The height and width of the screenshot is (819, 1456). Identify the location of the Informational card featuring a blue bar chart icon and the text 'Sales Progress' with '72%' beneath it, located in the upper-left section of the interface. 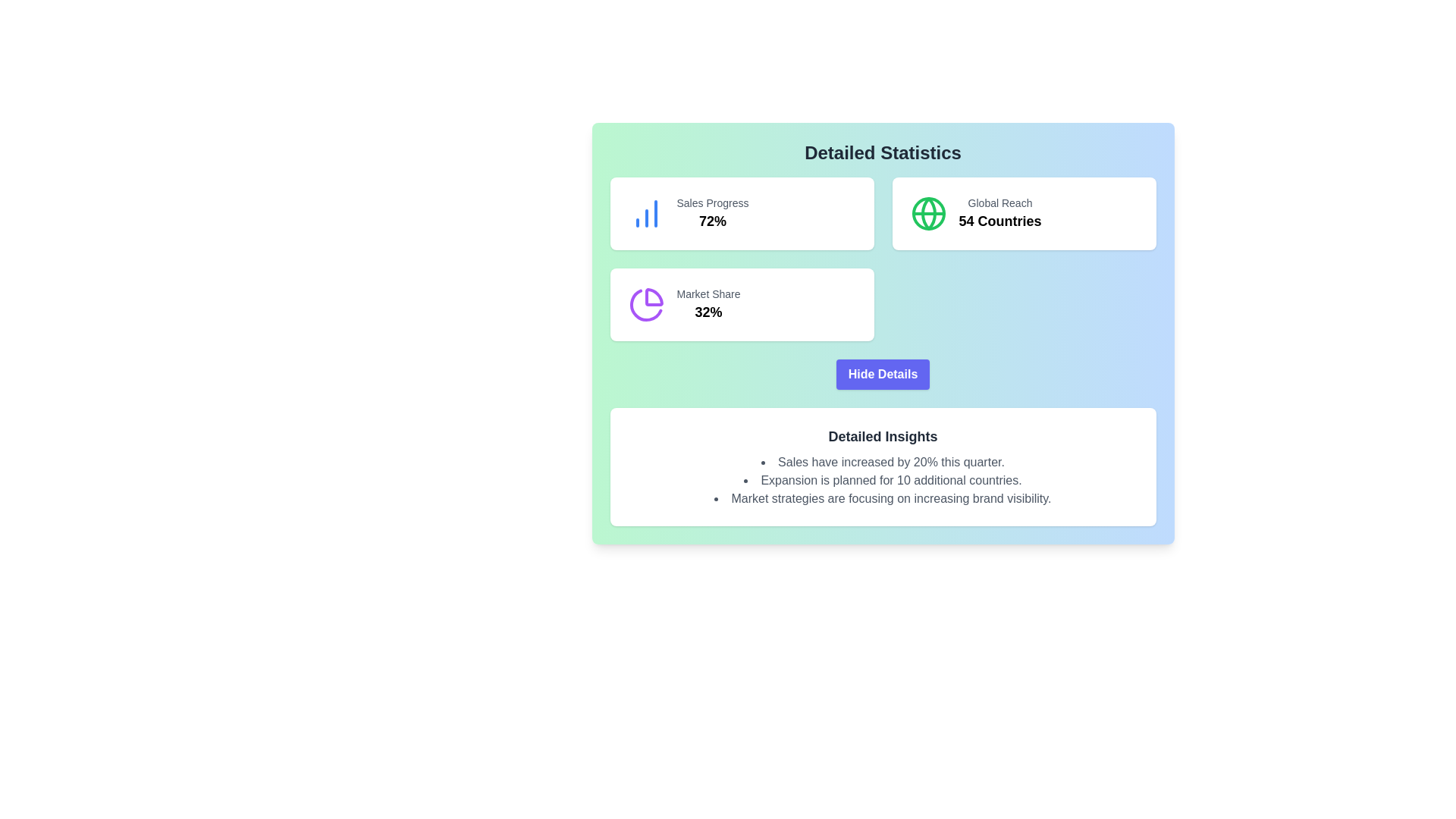
(742, 213).